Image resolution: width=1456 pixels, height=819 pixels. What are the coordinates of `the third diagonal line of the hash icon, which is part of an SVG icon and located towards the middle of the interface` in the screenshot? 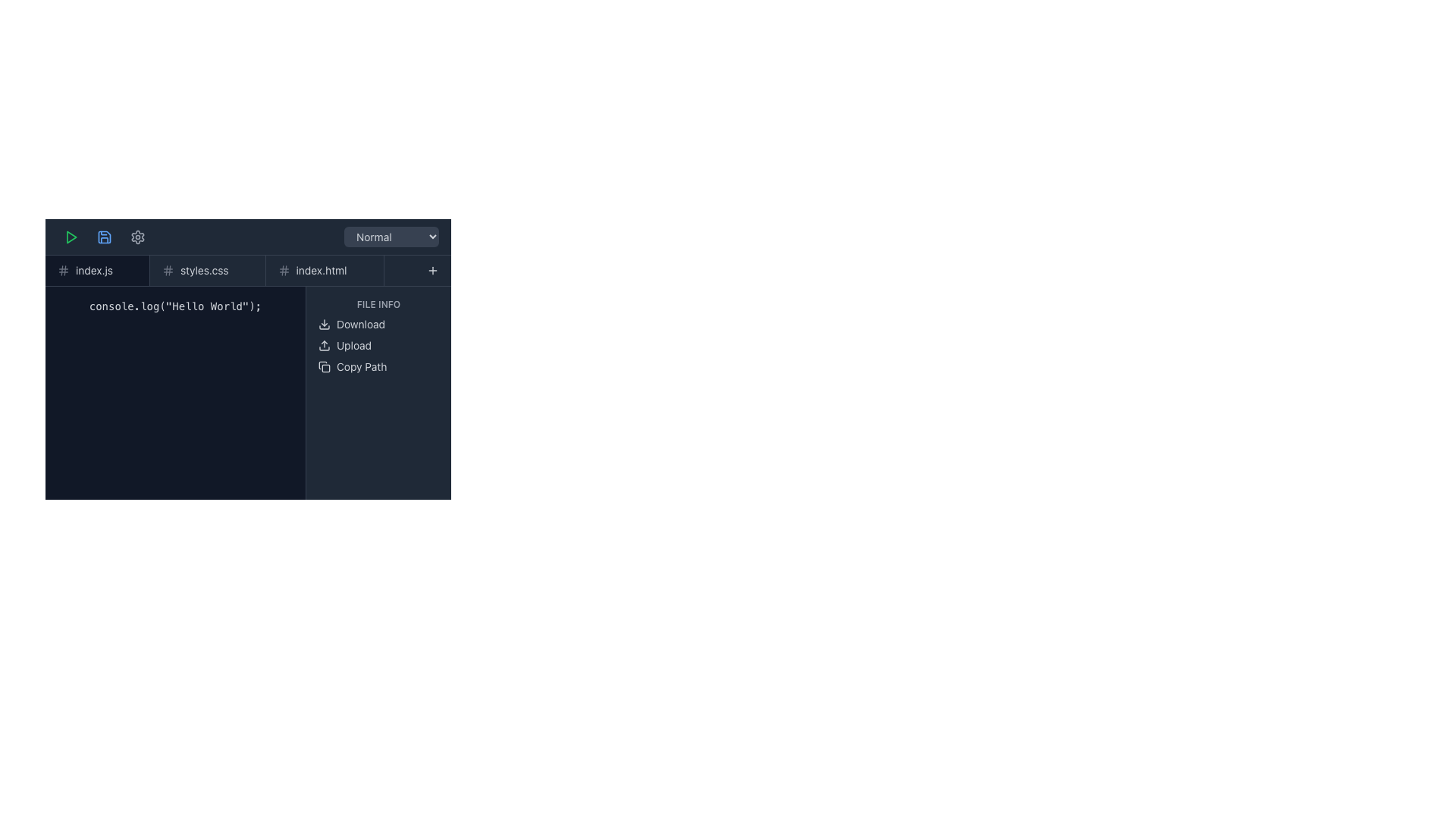 It's located at (167, 270).